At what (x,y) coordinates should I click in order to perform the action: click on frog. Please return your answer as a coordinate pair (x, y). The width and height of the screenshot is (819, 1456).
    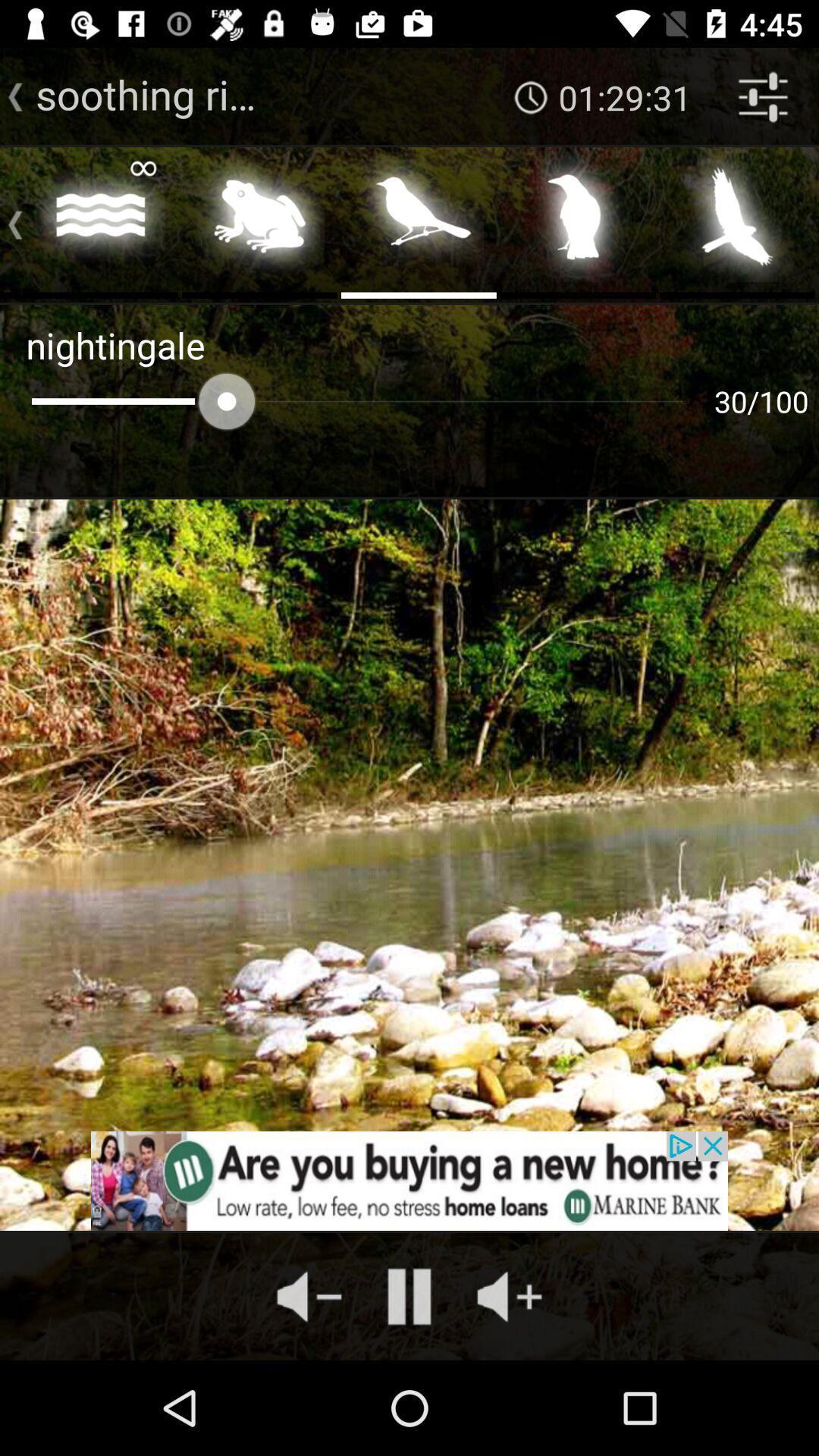
    Looking at the image, I should click on (259, 221).